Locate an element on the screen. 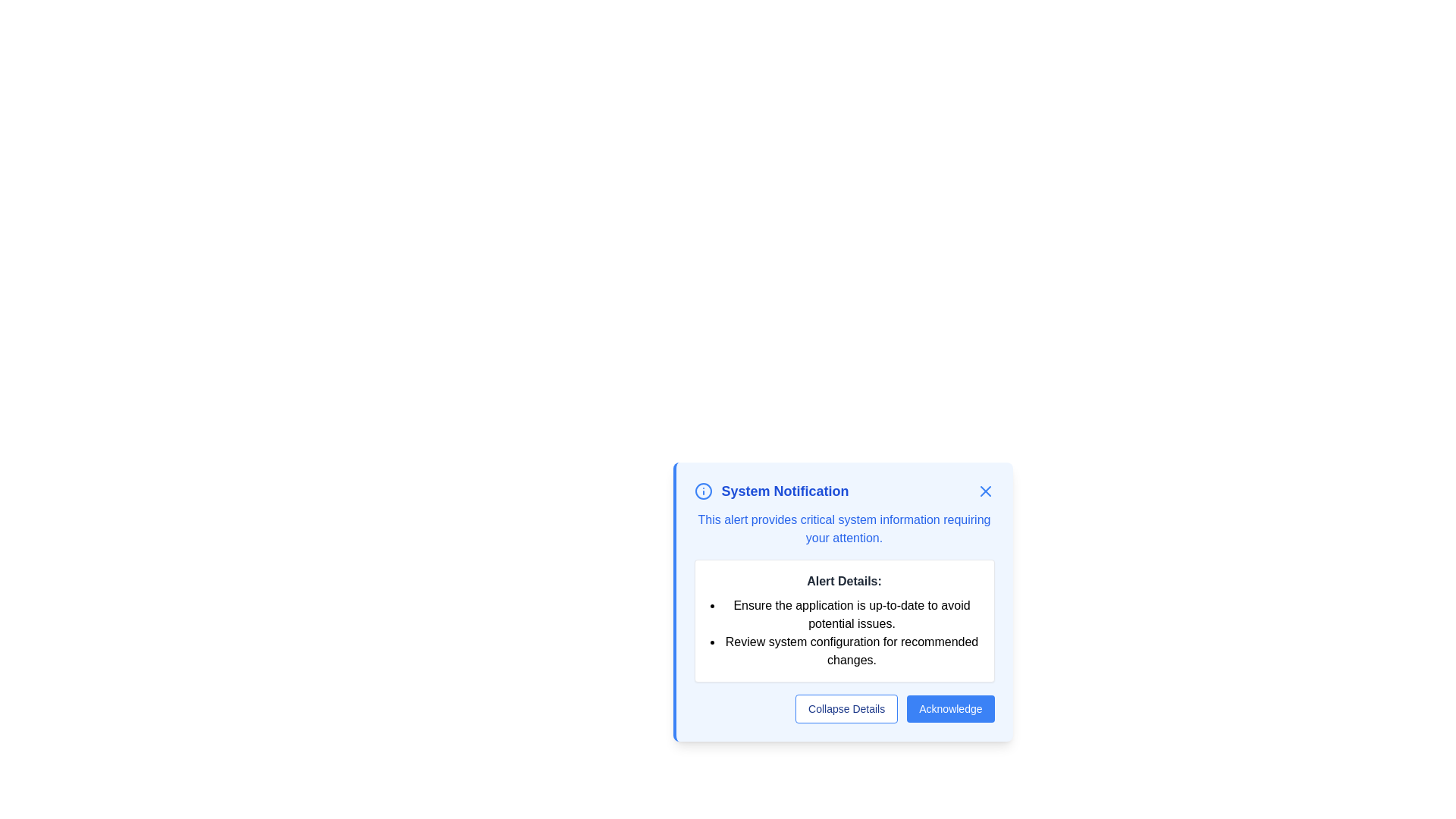 The height and width of the screenshot is (819, 1456). the 'System Notification' text label, which is styled in blue color and bold font, located at the upper part of a modal dialog box, accompanied by an informational icon on the left is located at coordinates (771, 491).